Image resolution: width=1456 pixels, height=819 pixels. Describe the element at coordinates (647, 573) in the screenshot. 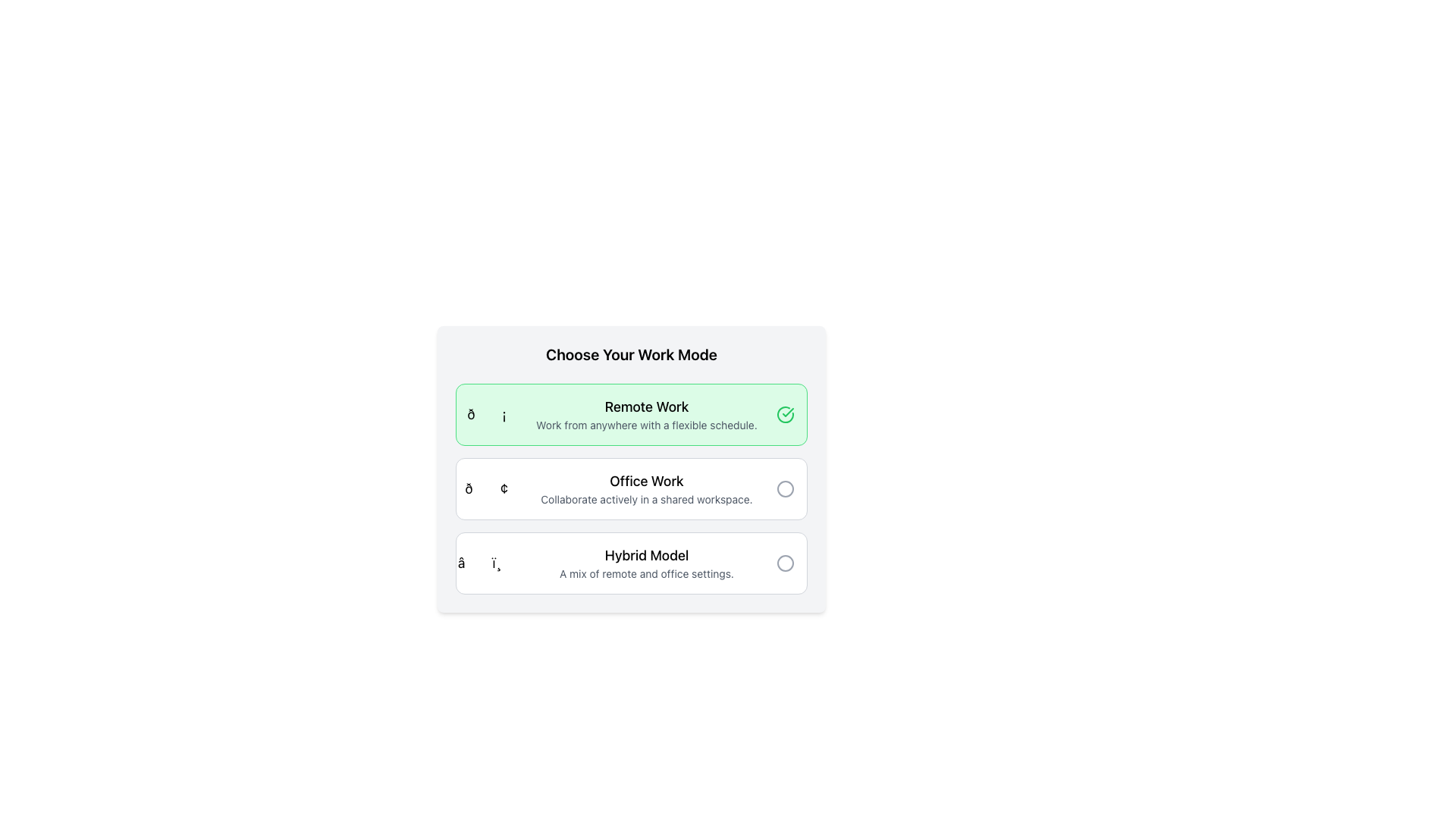

I see `the text label component that reads 'A mix of remote and office settings.' positioned beneath the title 'Hybrid Model'` at that location.